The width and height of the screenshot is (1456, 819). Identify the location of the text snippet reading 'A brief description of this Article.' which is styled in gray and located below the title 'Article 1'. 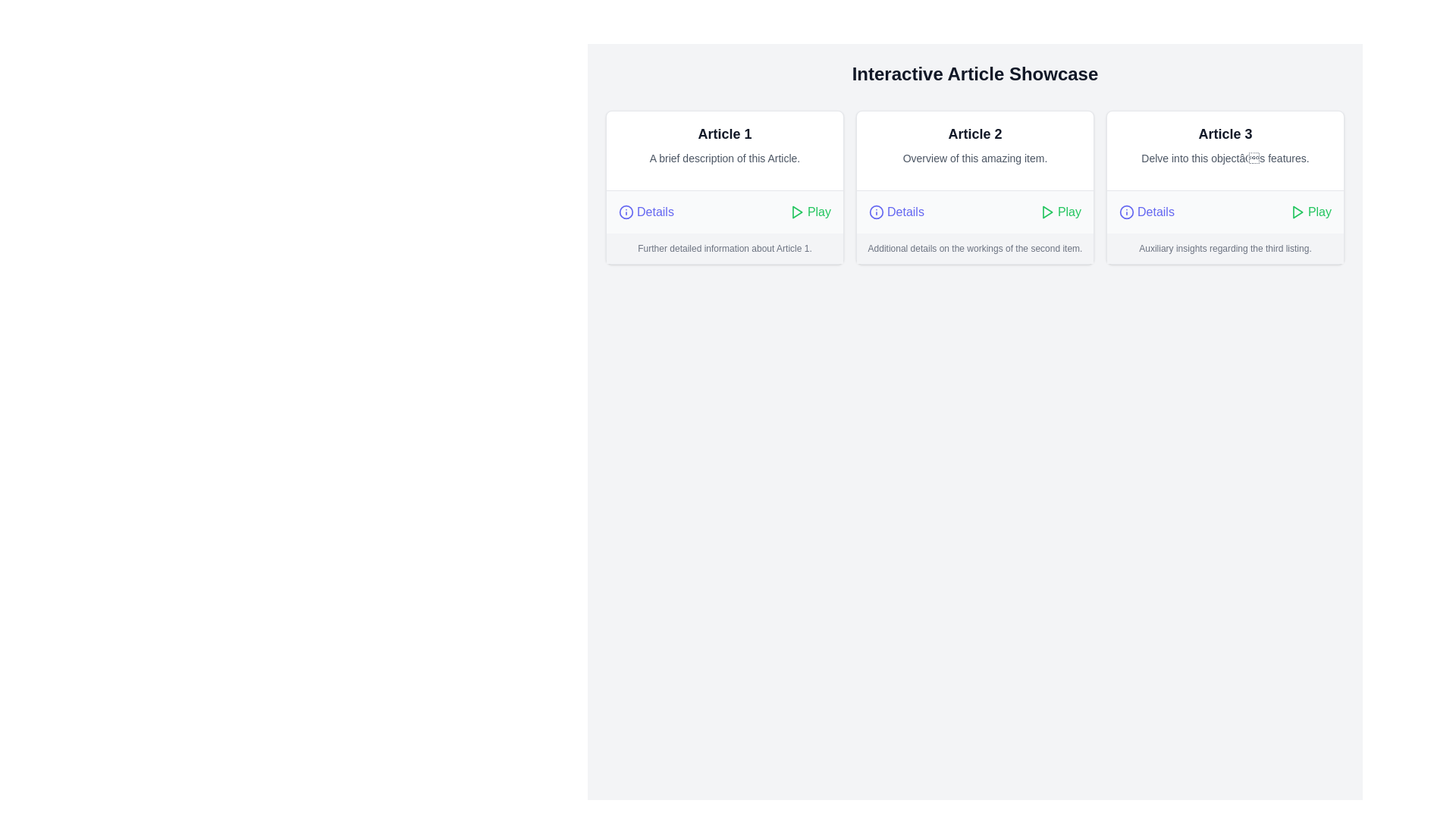
(723, 158).